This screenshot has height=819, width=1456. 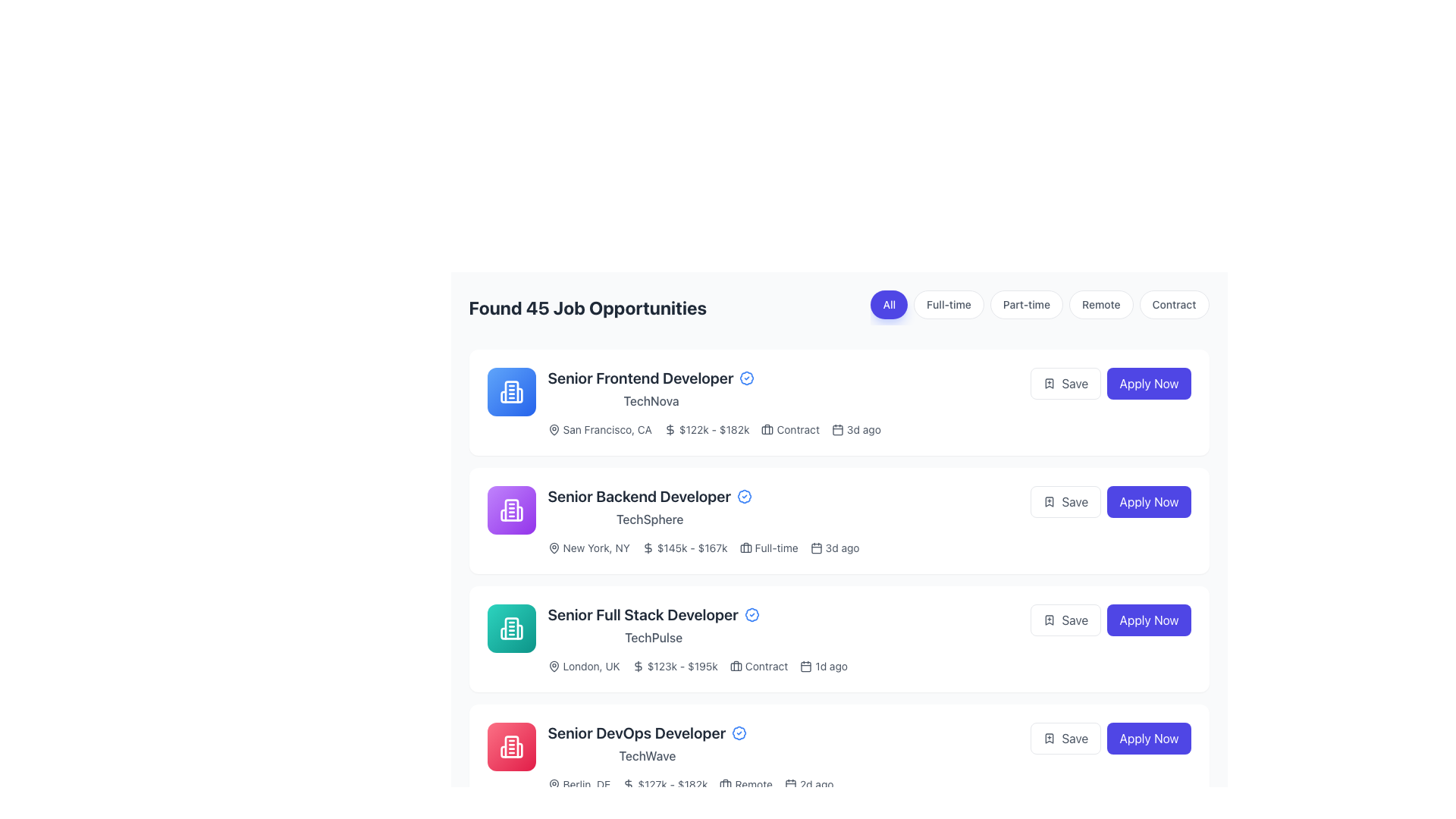 I want to click on the icon depicting a simplified building silhouette, which is located under the 'Senior DevOps Developer' section in the fourth job listing with a rose-pink to rose-red gradient background, so click(x=511, y=745).